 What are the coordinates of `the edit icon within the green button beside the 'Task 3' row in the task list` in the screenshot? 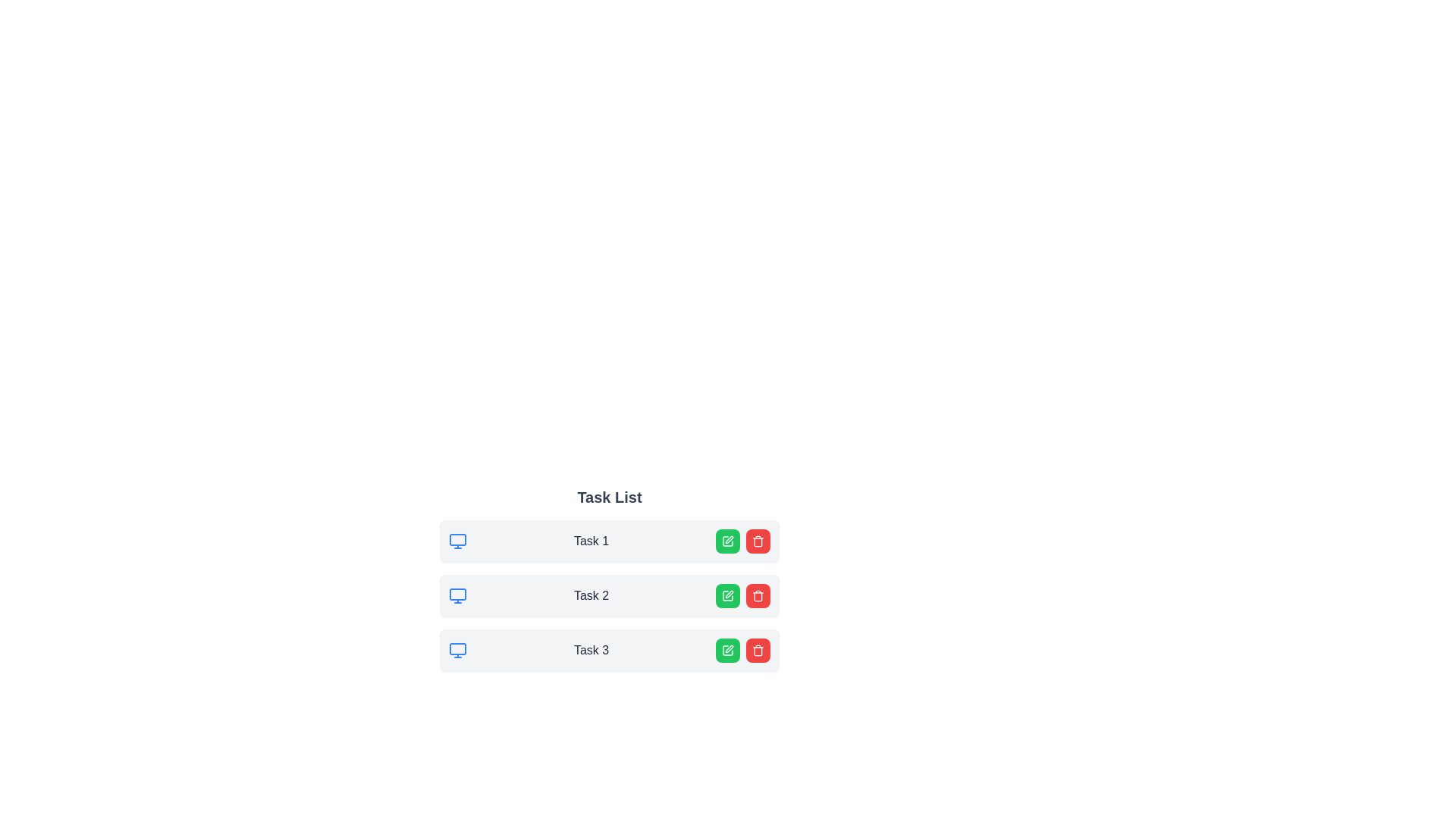 It's located at (728, 649).